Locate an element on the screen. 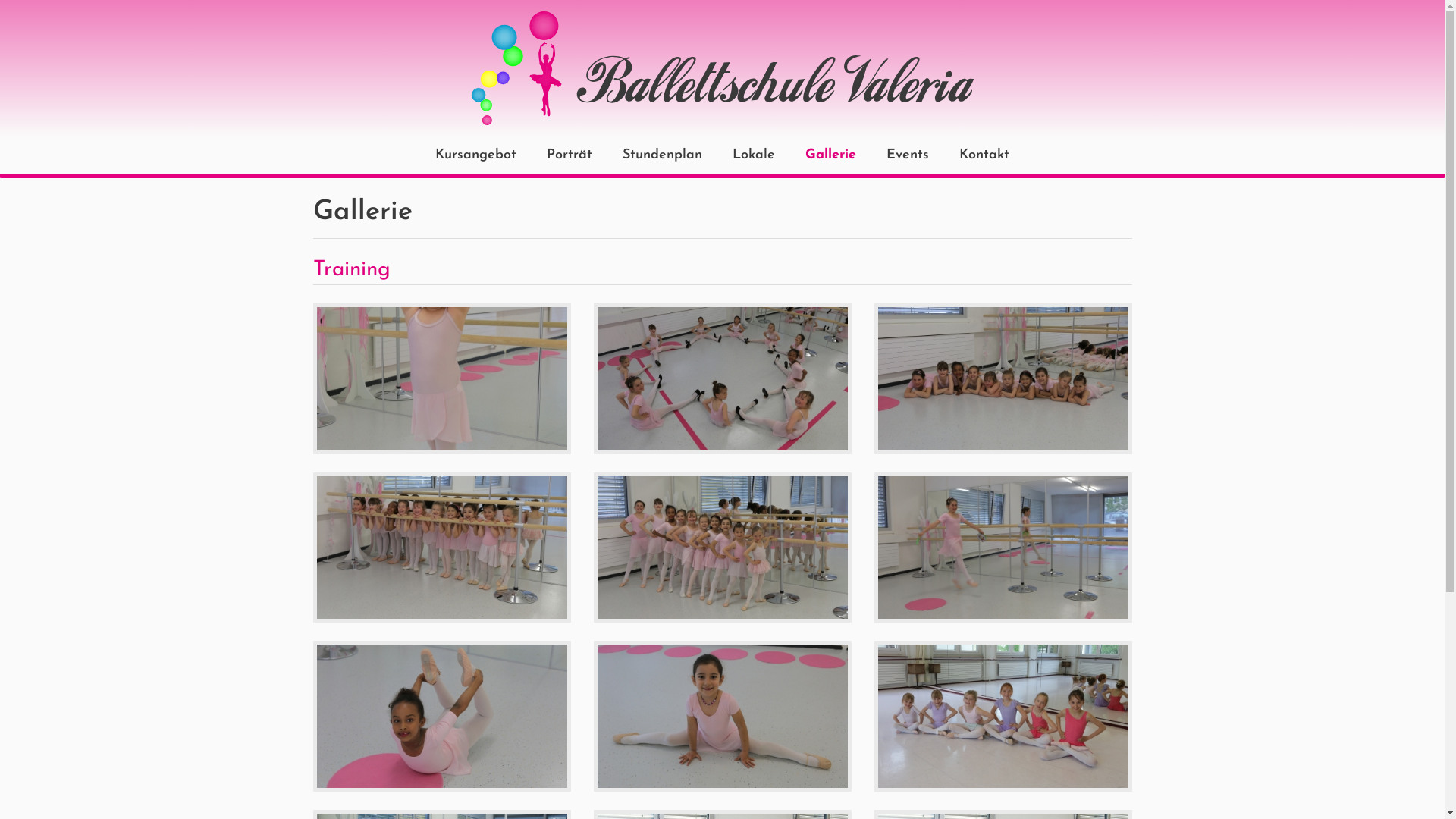 The image size is (1456, 819). 'Kursangebot' is located at coordinates (475, 155).